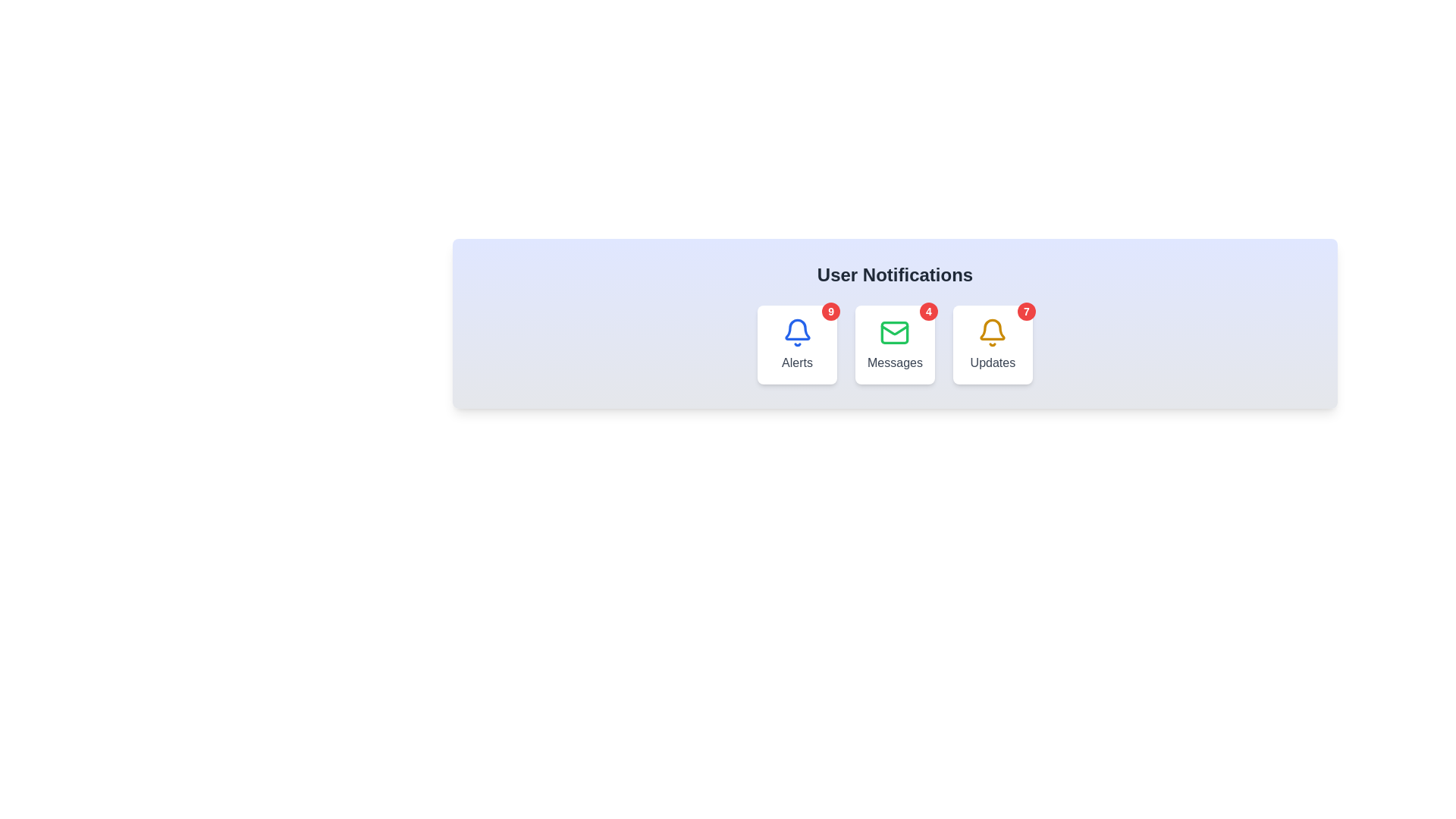 Image resolution: width=1456 pixels, height=819 pixels. What do you see at coordinates (895, 362) in the screenshot?
I see `the Text Label that describes the messages in the white card with a green envelope icon and a red badge showing the number 4` at bounding box center [895, 362].